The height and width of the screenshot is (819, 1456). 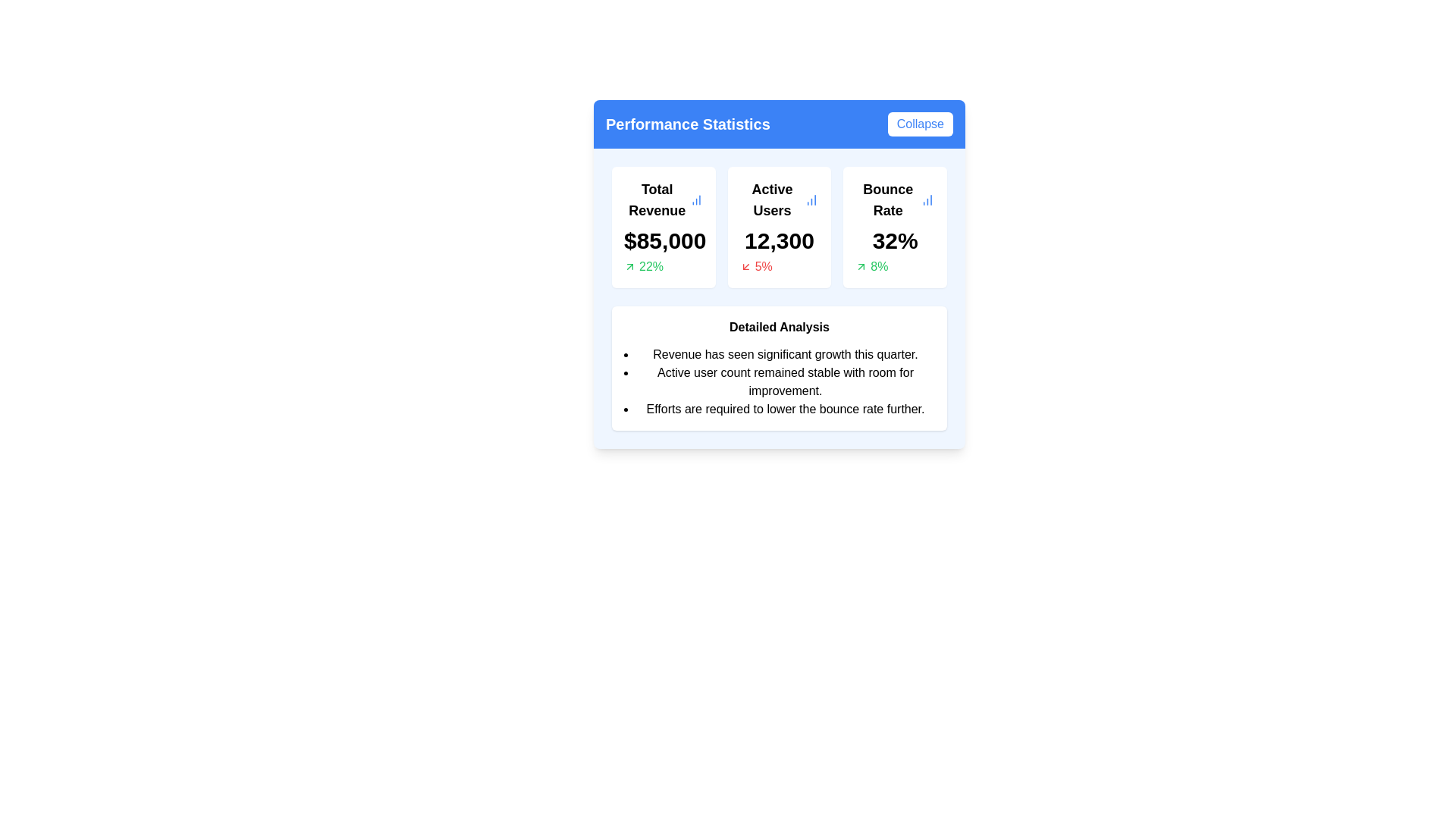 What do you see at coordinates (664, 199) in the screenshot?
I see `the header or label with icon that serves as the title for the revenue data section, located in the top row of the statistics panel` at bounding box center [664, 199].